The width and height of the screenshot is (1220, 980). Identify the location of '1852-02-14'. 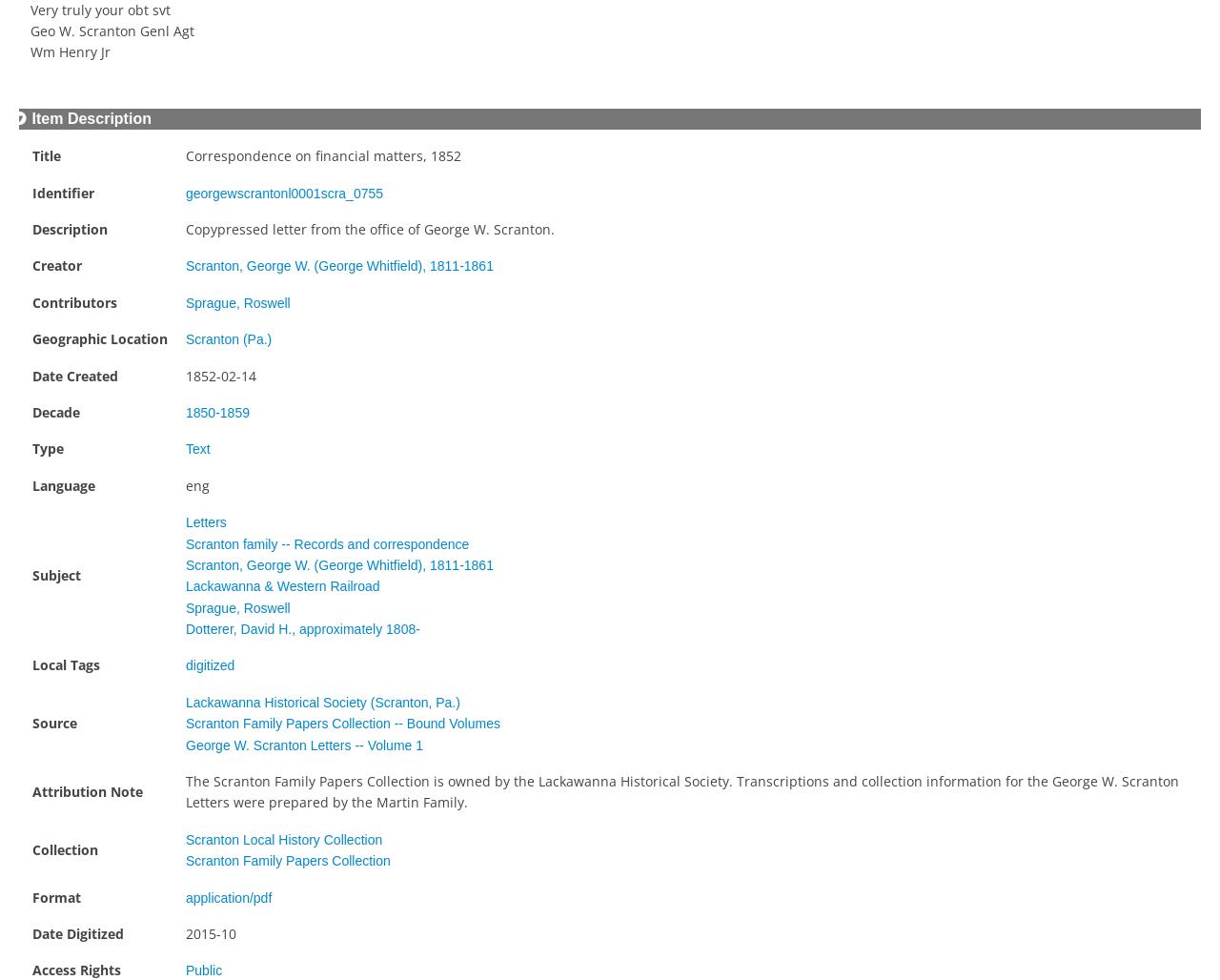
(220, 375).